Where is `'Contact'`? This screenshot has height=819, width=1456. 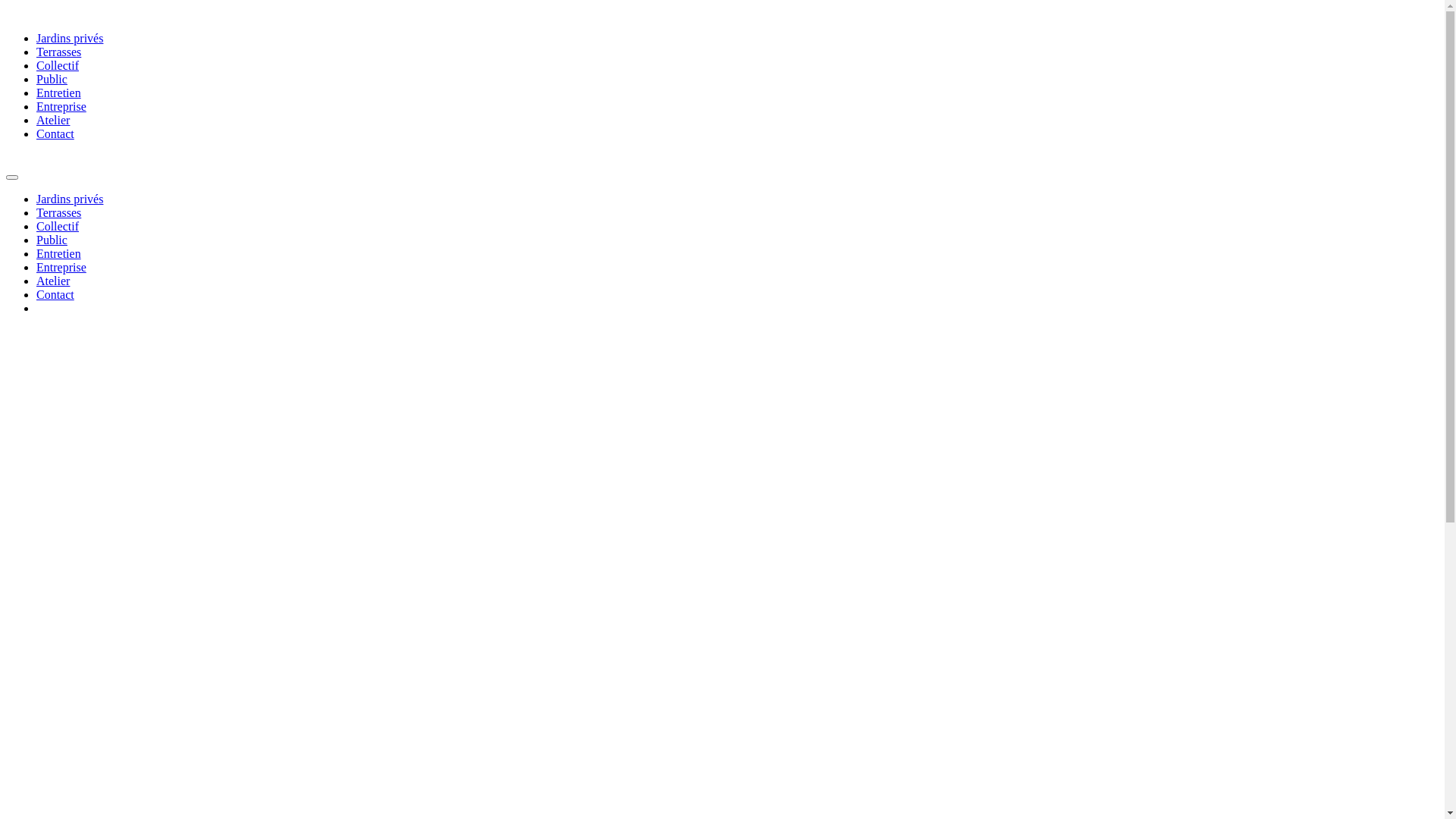 'Contact' is located at coordinates (55, 294).